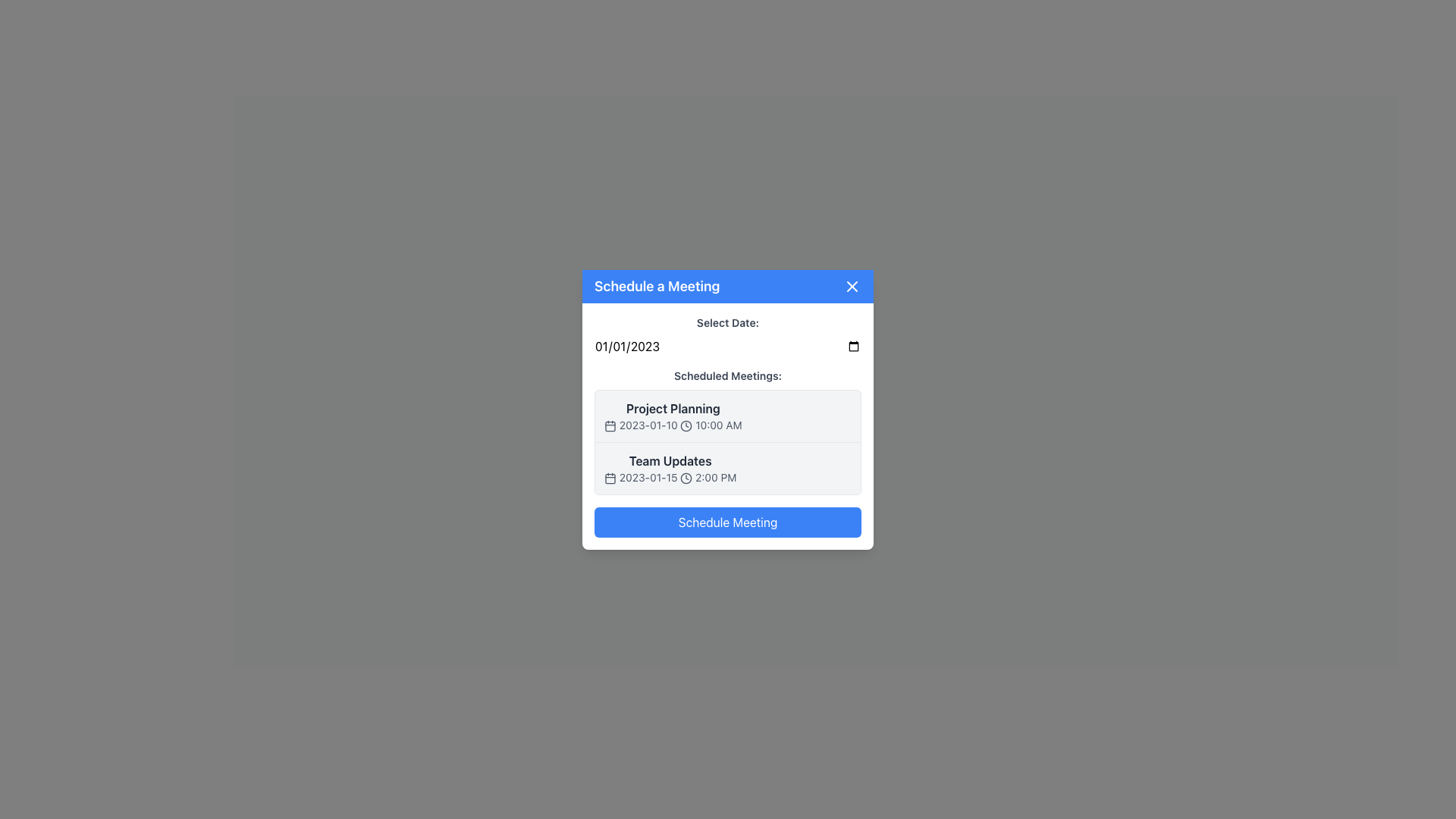  Describe the element at coordinates (728, 521) in the screenshot. I see `the 'Schedule Meeting' button, which is a rectangular button with rounded edges and a blue background located at the bottom of the modal window` at that location.